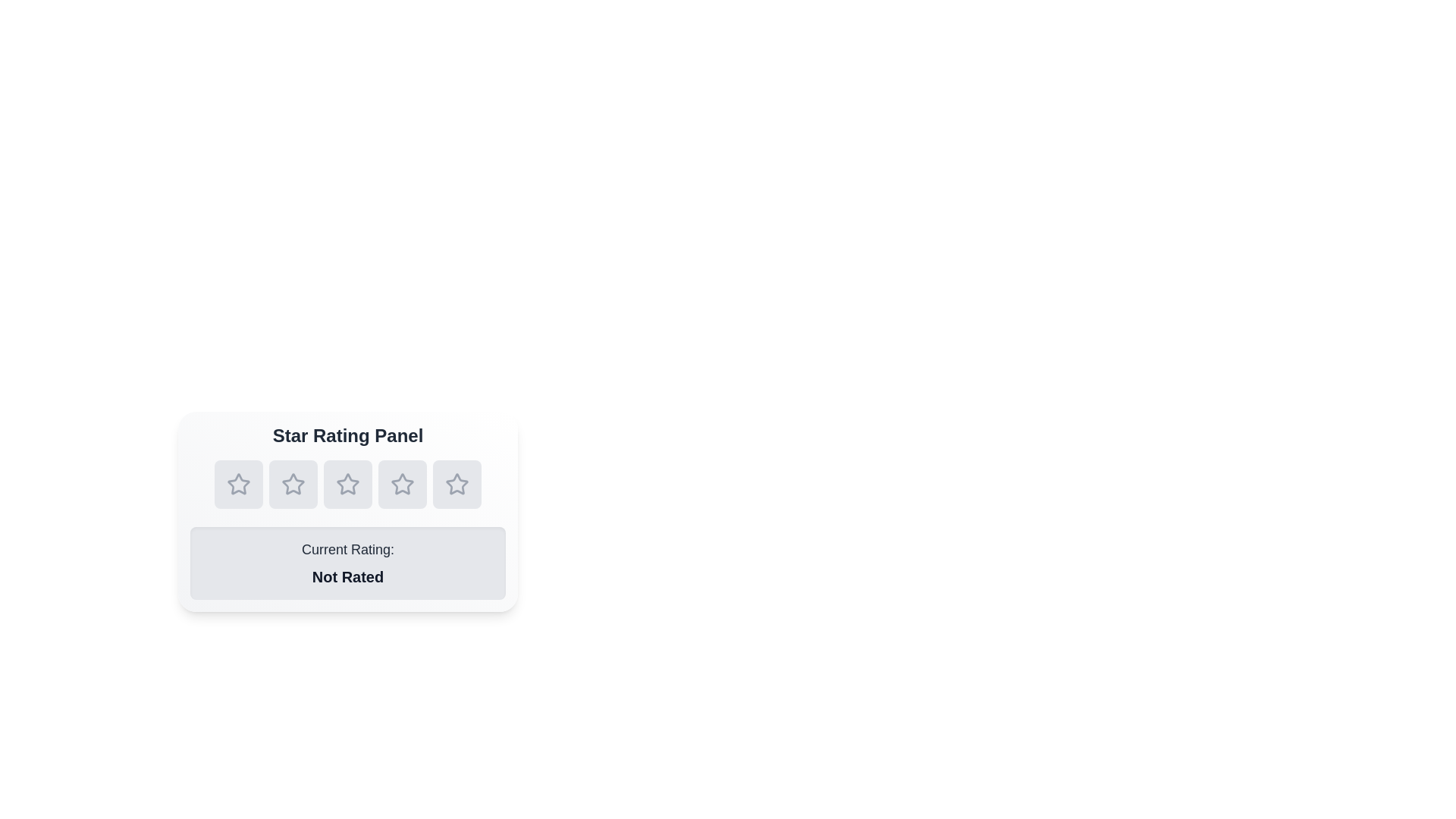  Describe the element at coordinates (457, 484) in the screenshot. I see `the fifth star icon in the horizontal sequence of star icons which is located underneath the 'Star Rating Panel' heading` at that location.